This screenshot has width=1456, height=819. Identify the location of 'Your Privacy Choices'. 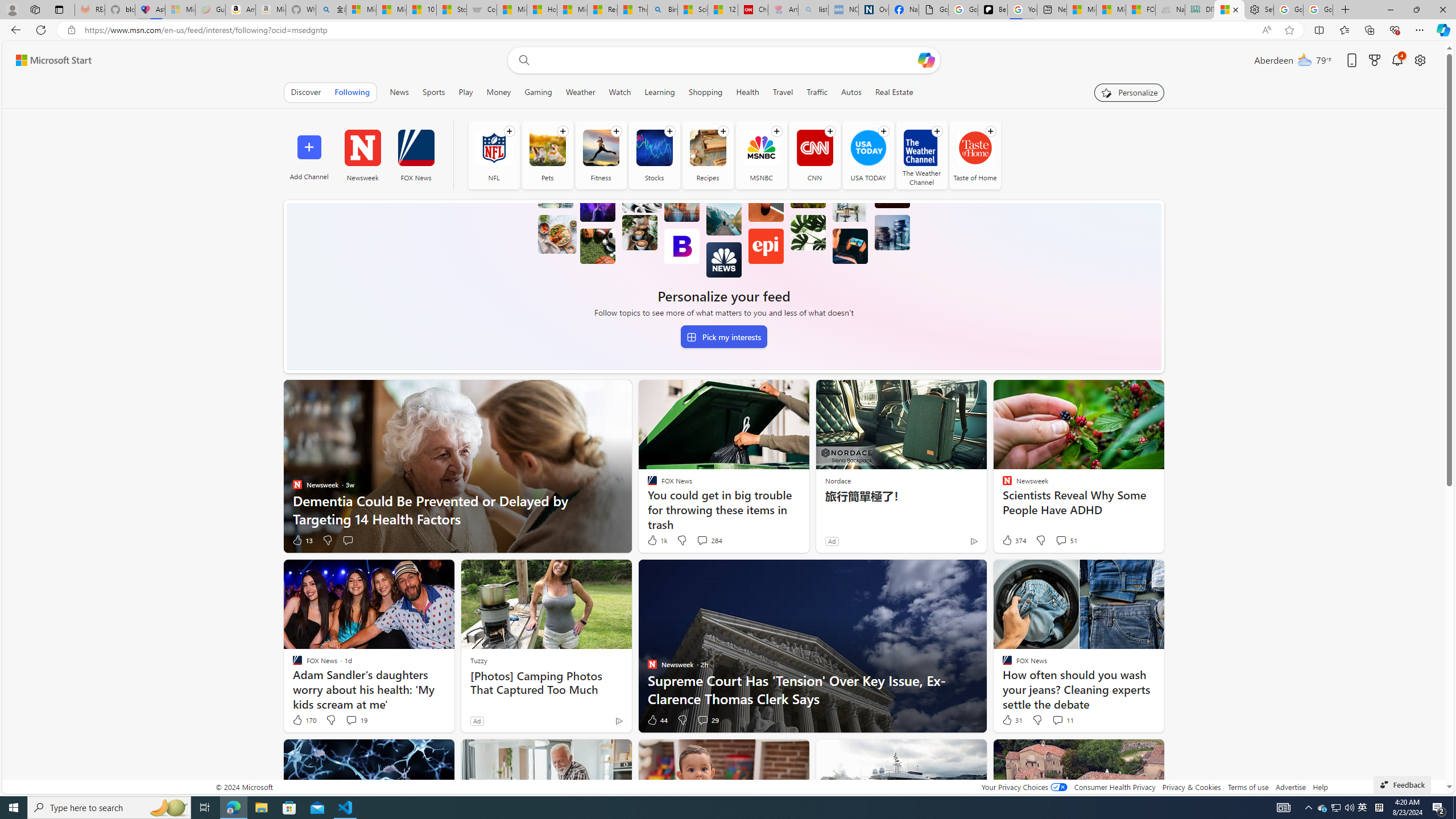
(1023, 786).